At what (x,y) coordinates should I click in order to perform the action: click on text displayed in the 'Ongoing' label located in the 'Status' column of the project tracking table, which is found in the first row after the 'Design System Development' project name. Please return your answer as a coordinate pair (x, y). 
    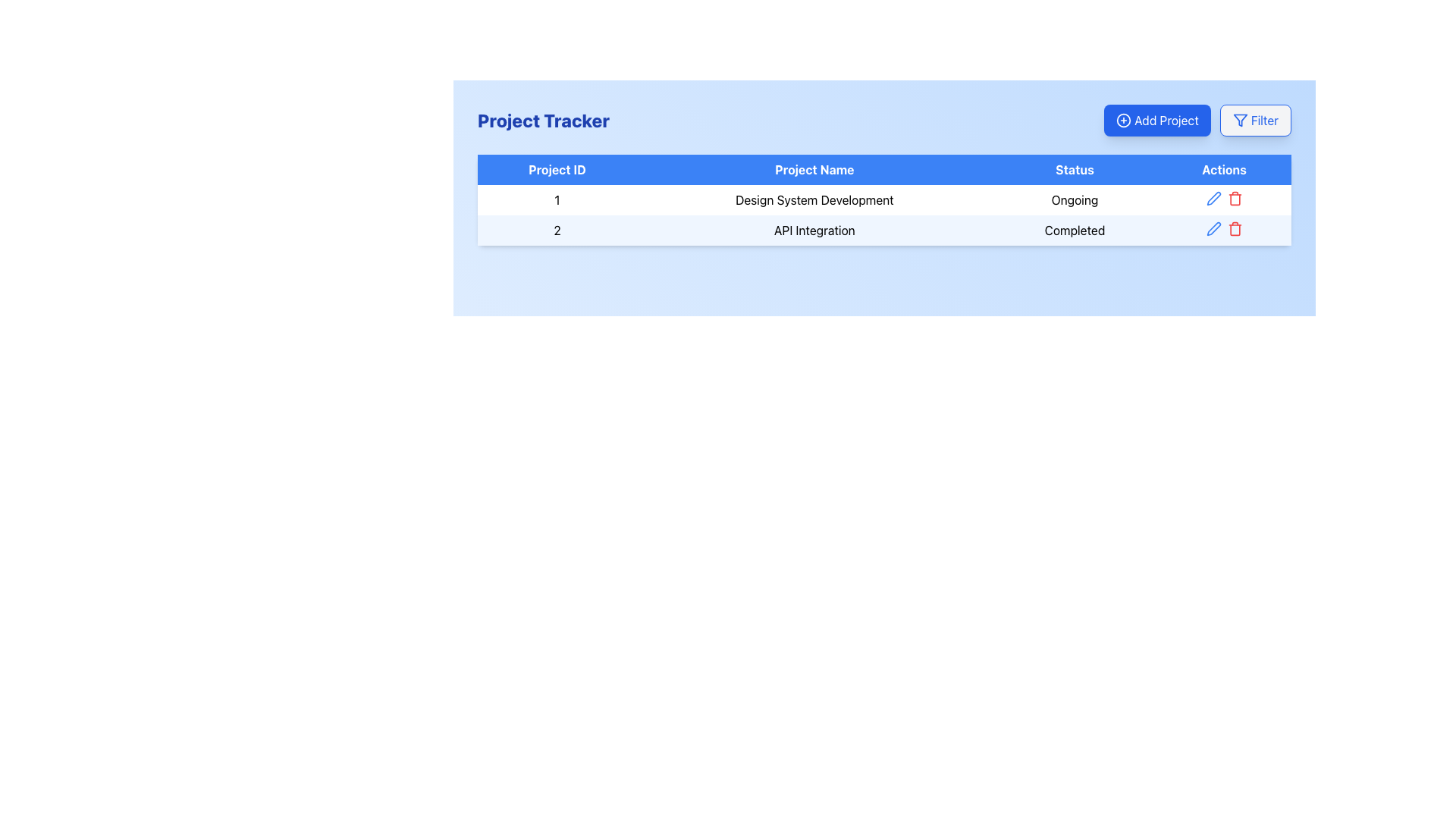
    Looking at the image, I should click on (1074, 199).